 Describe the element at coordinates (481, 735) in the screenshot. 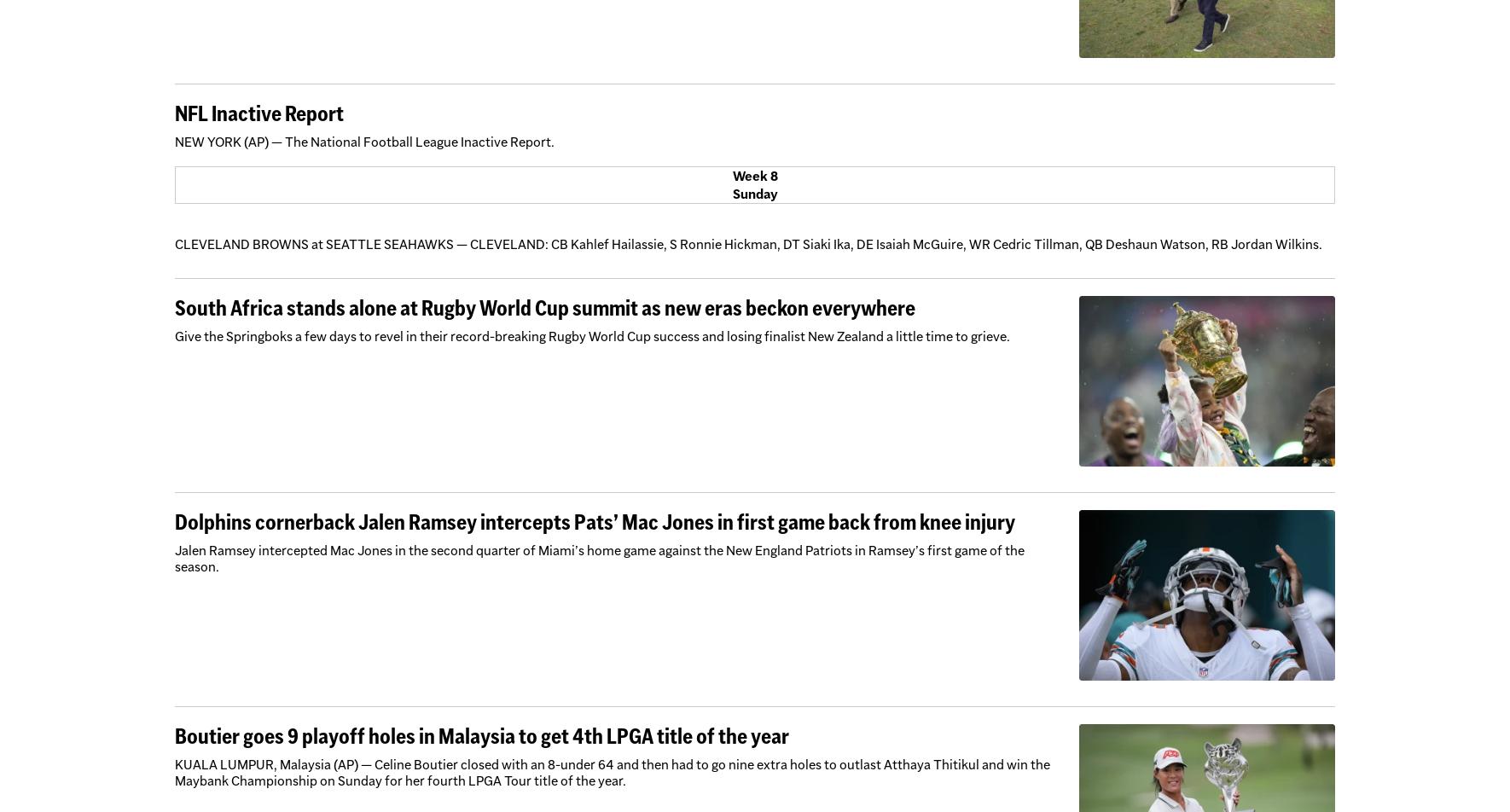

I see `'Boutier goes 9 playoff holes in Malaysia to get 4th LPGA title of the year'` at that location.